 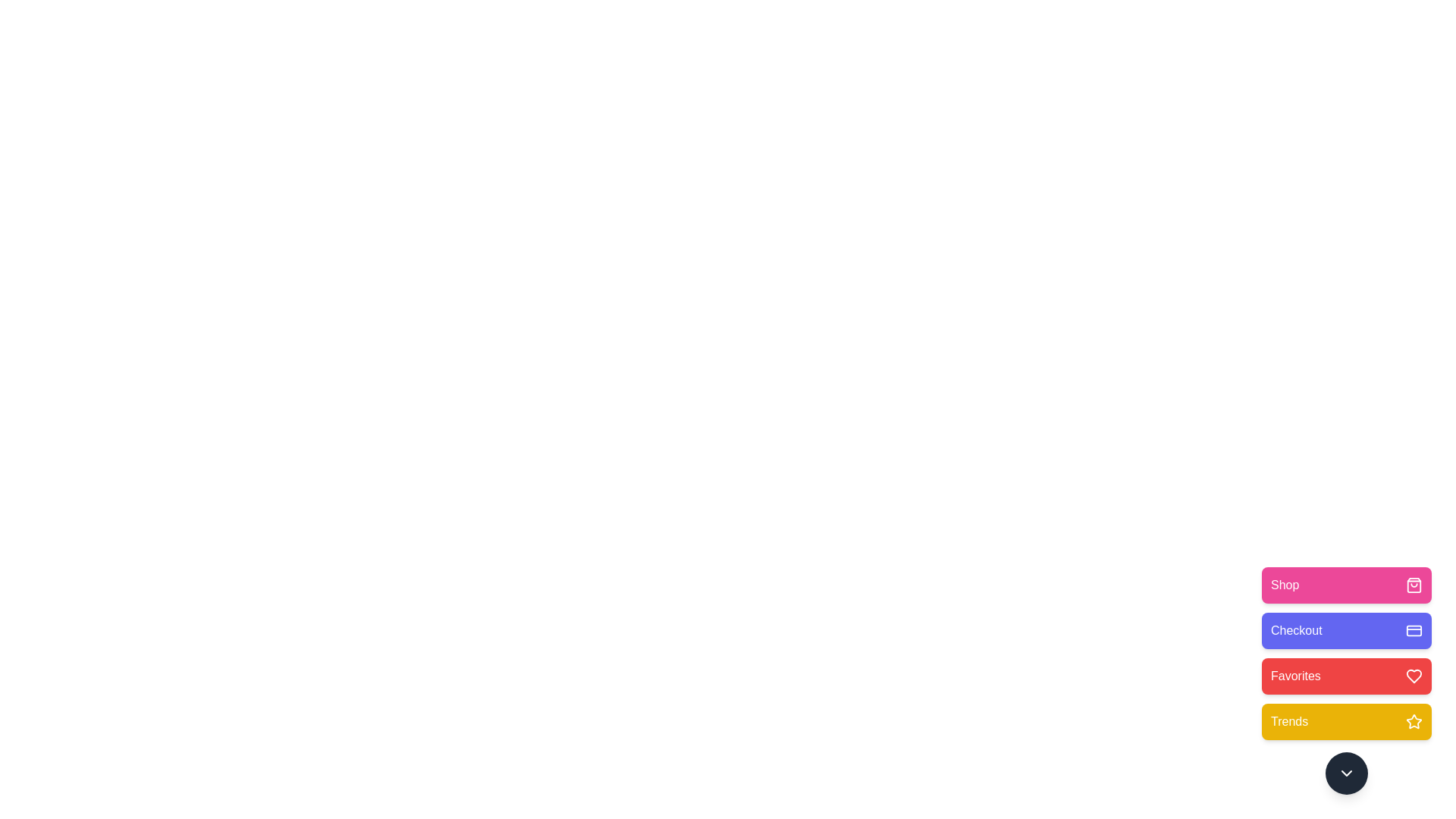 I want to click on the menu option Favorites by clicking the corresponding button, so click(x=1347, y=675).